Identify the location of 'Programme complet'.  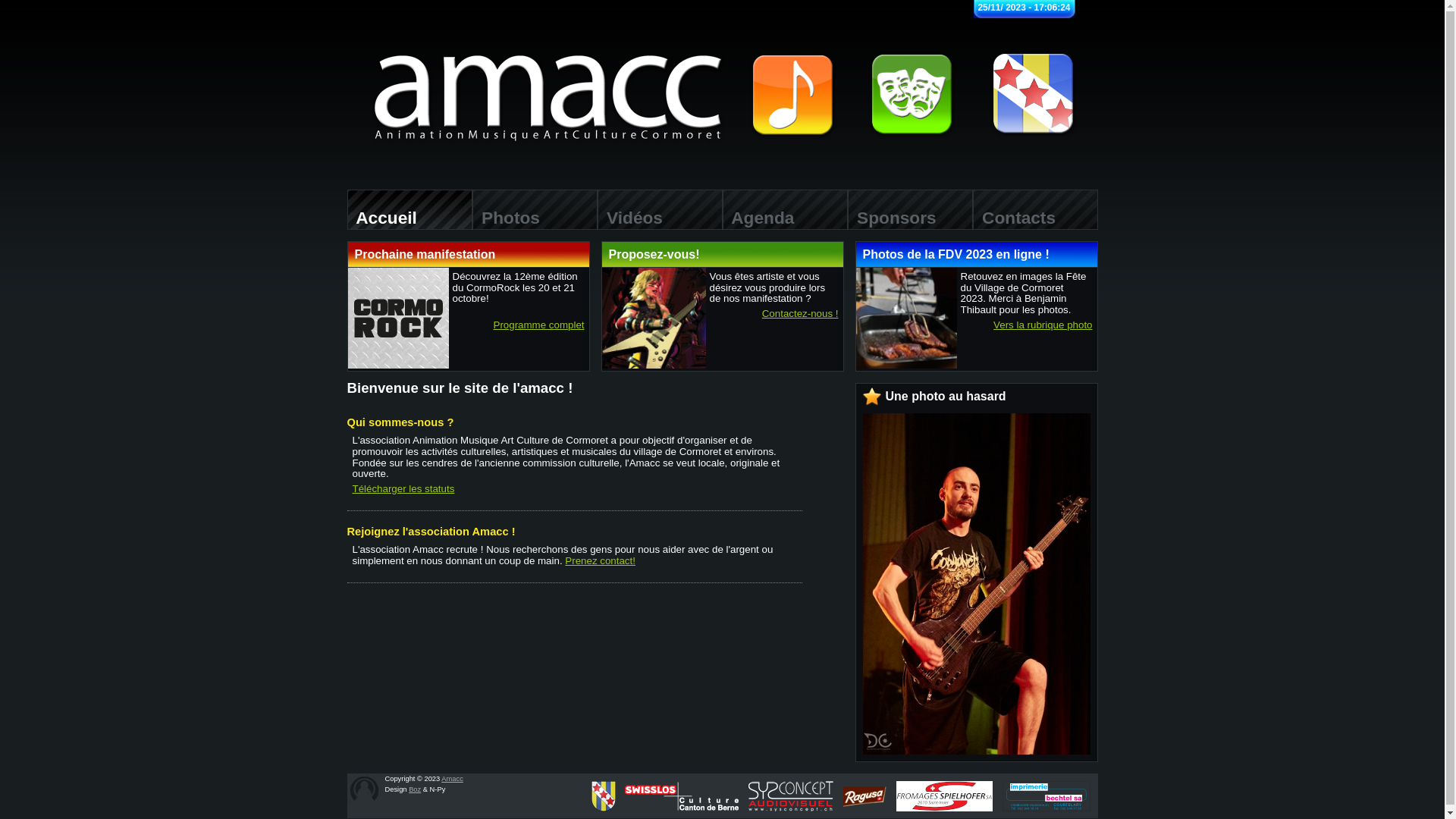
(492, 325).